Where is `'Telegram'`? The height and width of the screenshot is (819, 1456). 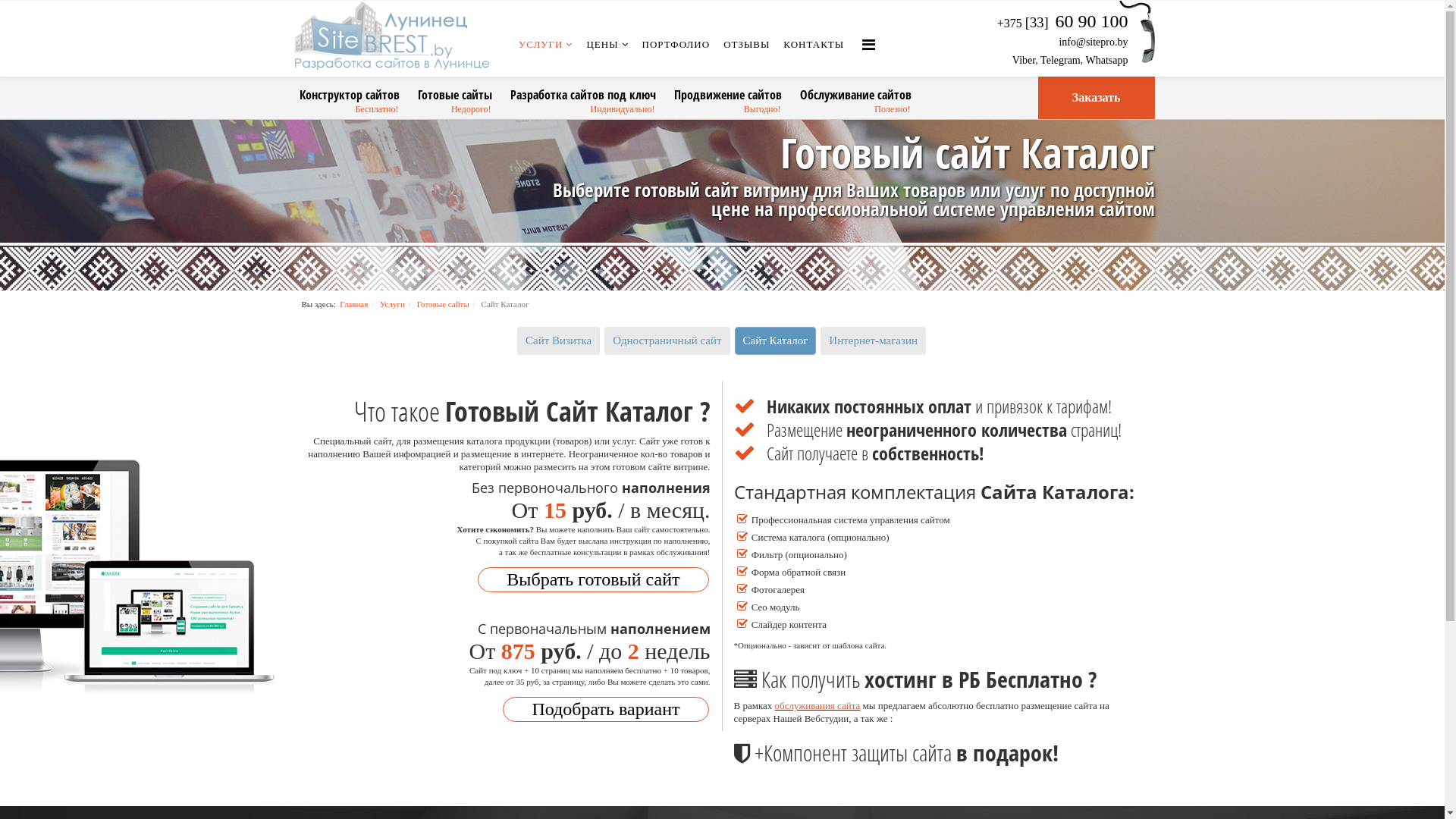
'Telegram' is located at coordinates (1059, 59).